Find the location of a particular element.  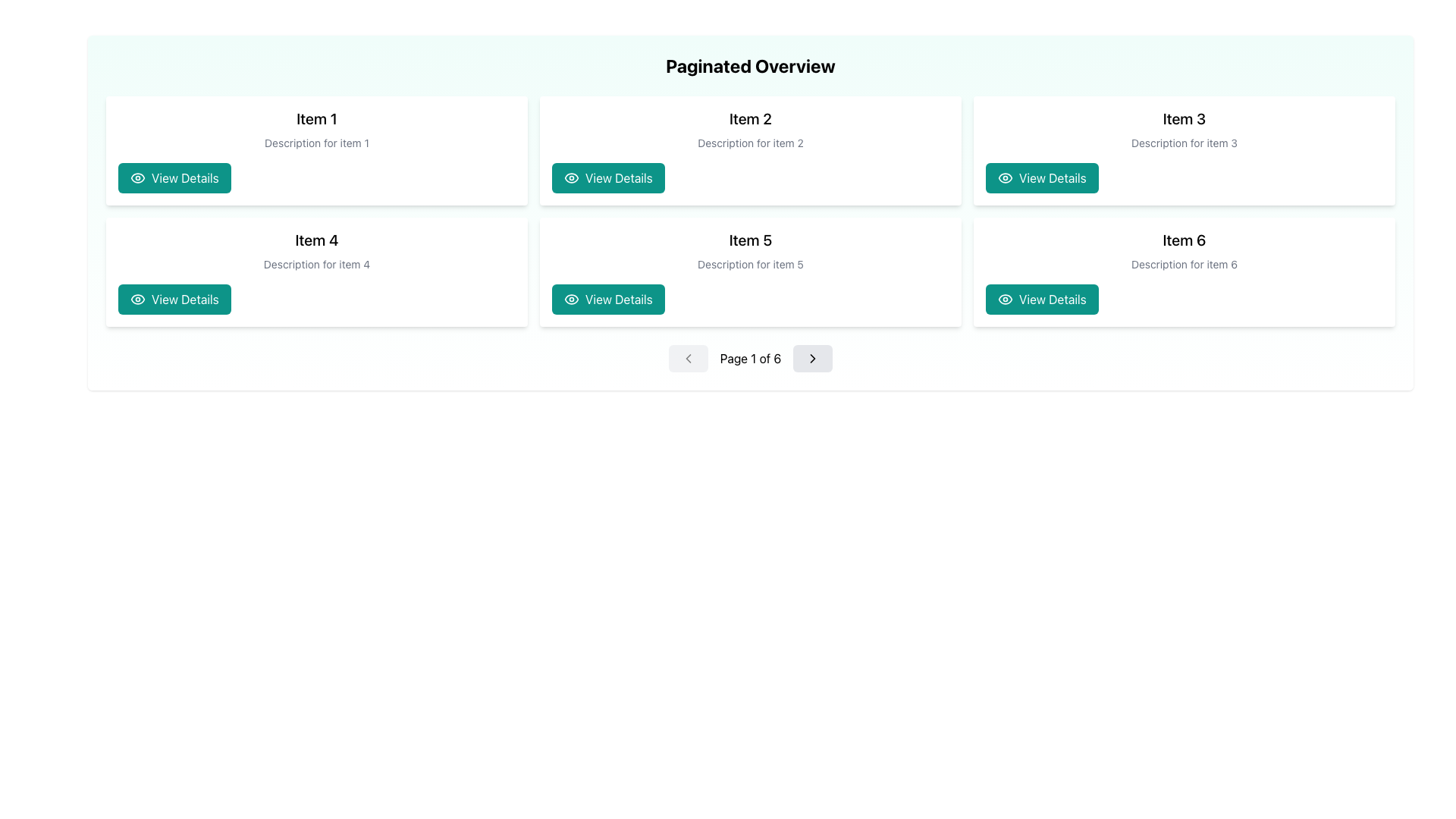

the 'View Details' button located within the 'Item 6' card, which has a teal background and an eye icon to its left is located at coordinates (1040, 299).